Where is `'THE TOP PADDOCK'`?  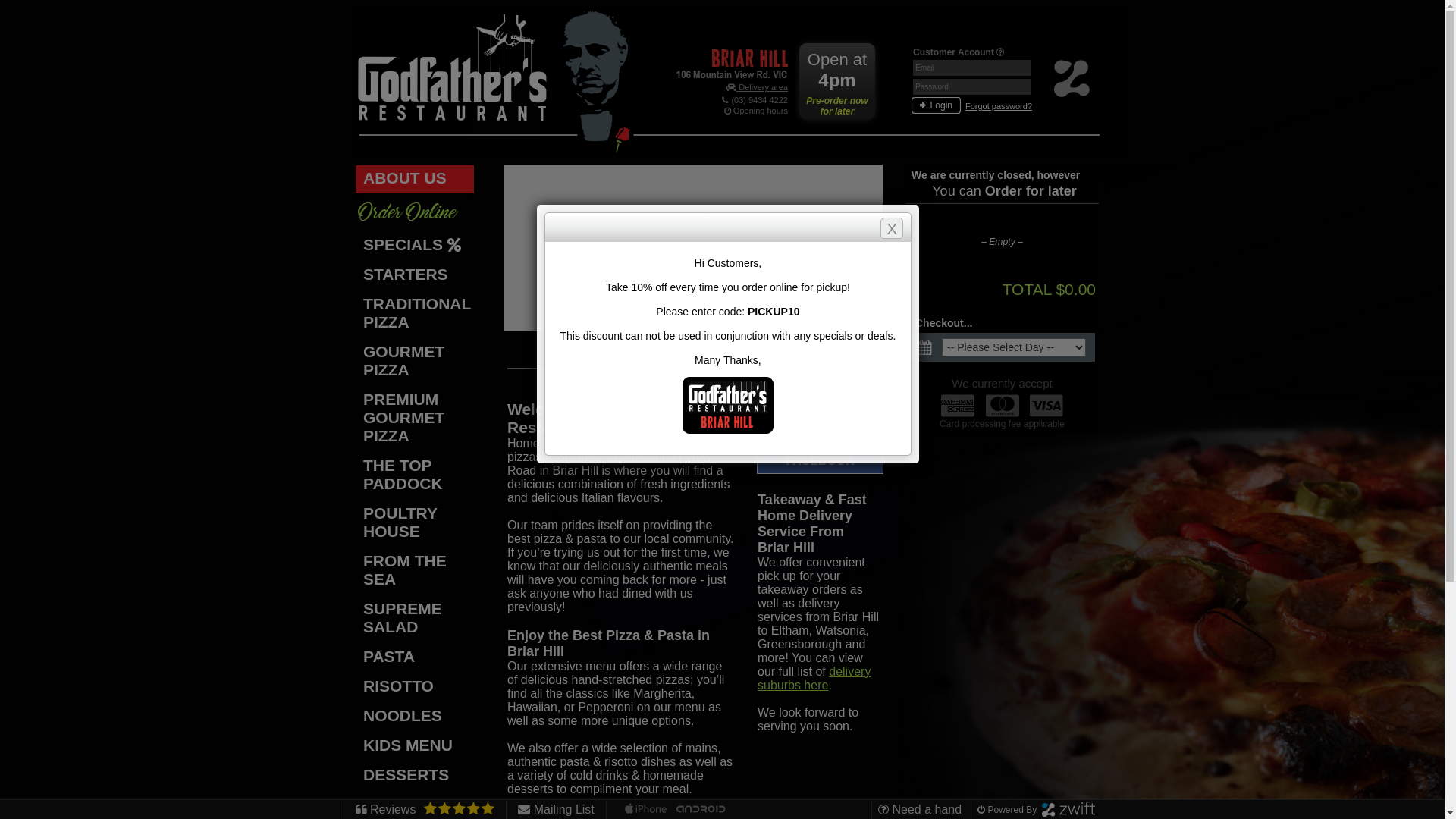
'THE TOP PADDOCK' is located at coordinates (355, 475).